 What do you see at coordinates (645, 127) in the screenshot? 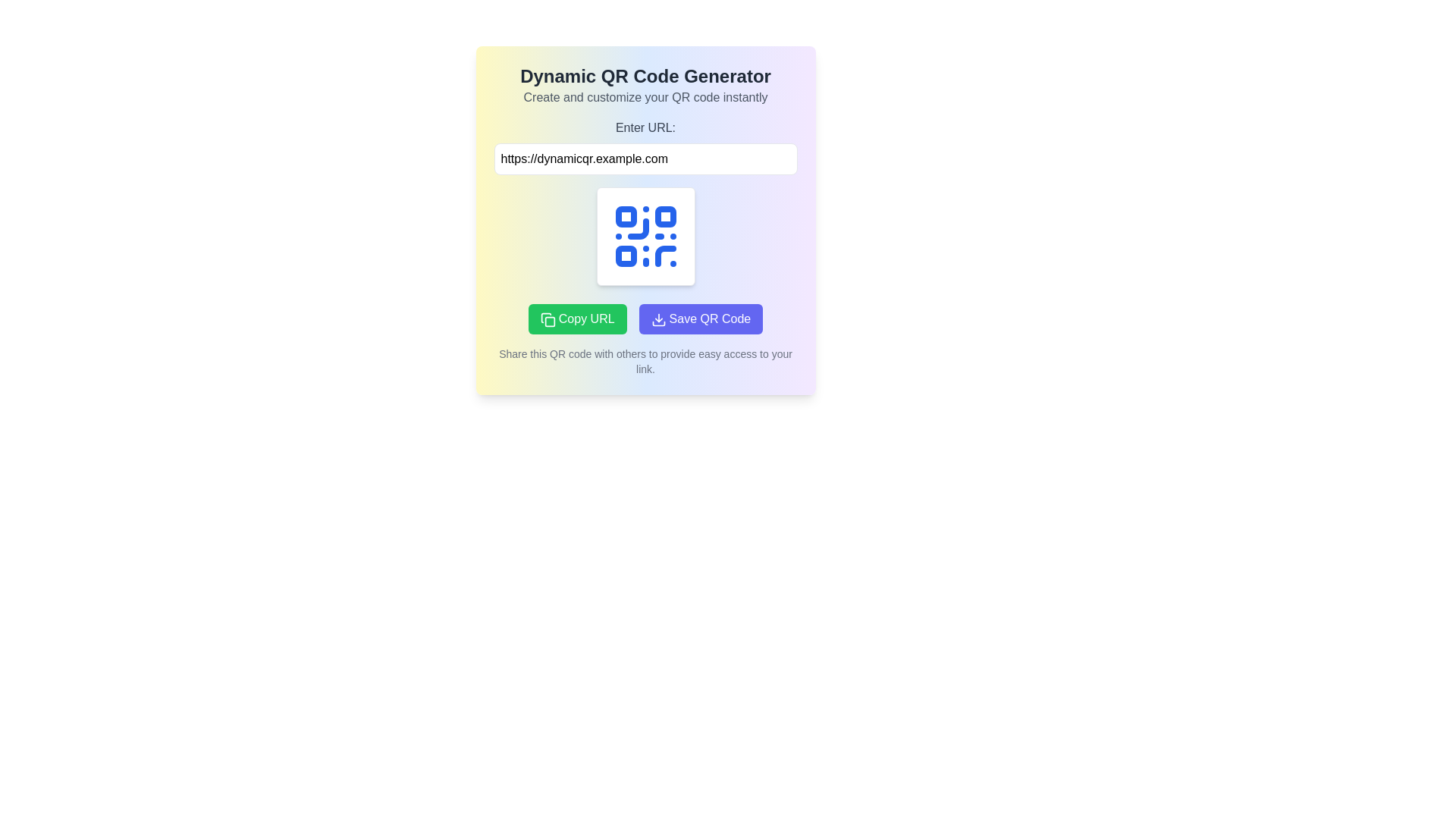
I see `the label element that contains the text 'Enter URL:', styled with a neutral gray color and positioned above an input field` at bounding box center [645, 127].